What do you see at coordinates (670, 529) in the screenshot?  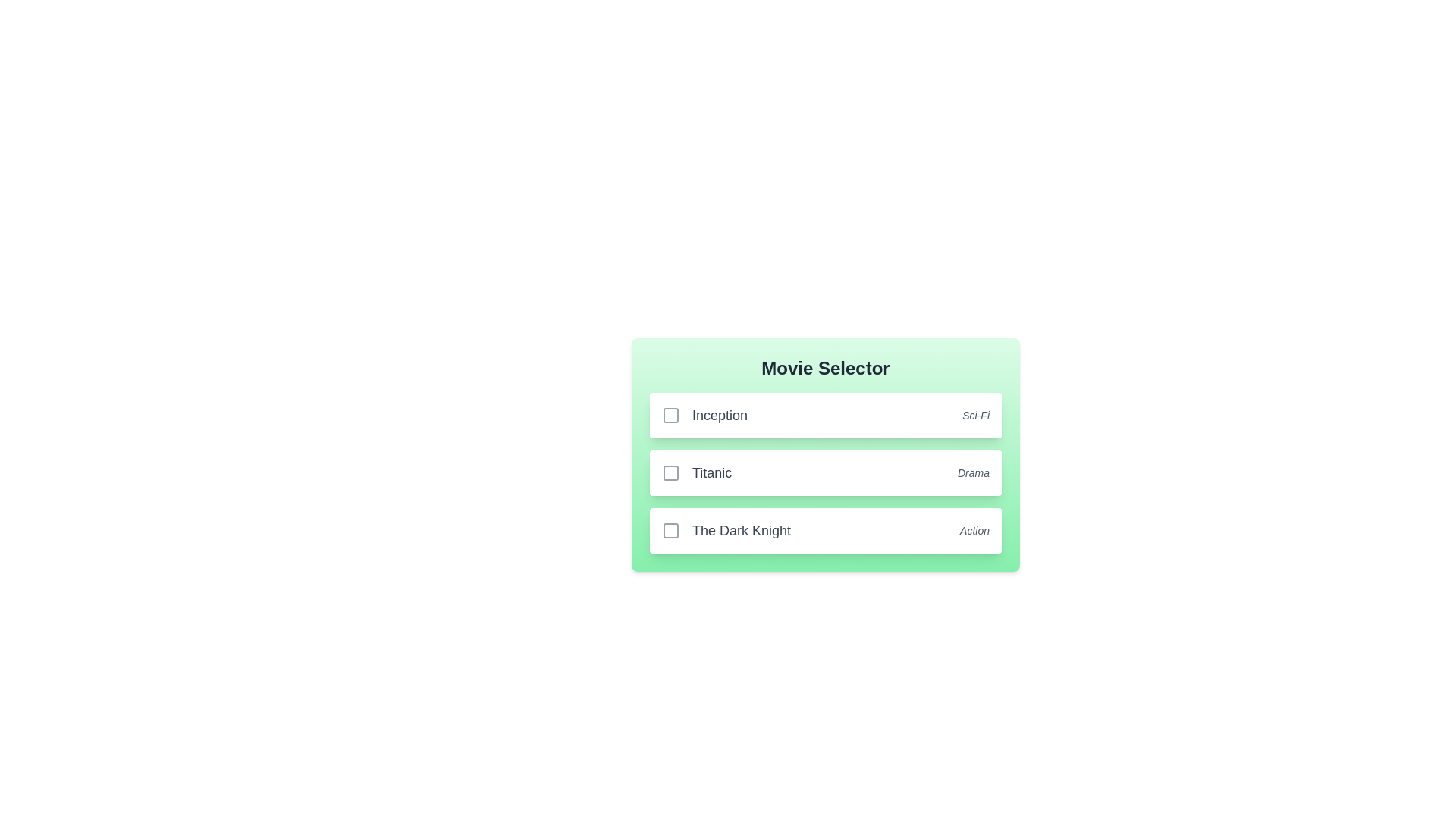 I see `the movie The Dark Knight by clicking its checkbox` at bounding box center [670, 529].